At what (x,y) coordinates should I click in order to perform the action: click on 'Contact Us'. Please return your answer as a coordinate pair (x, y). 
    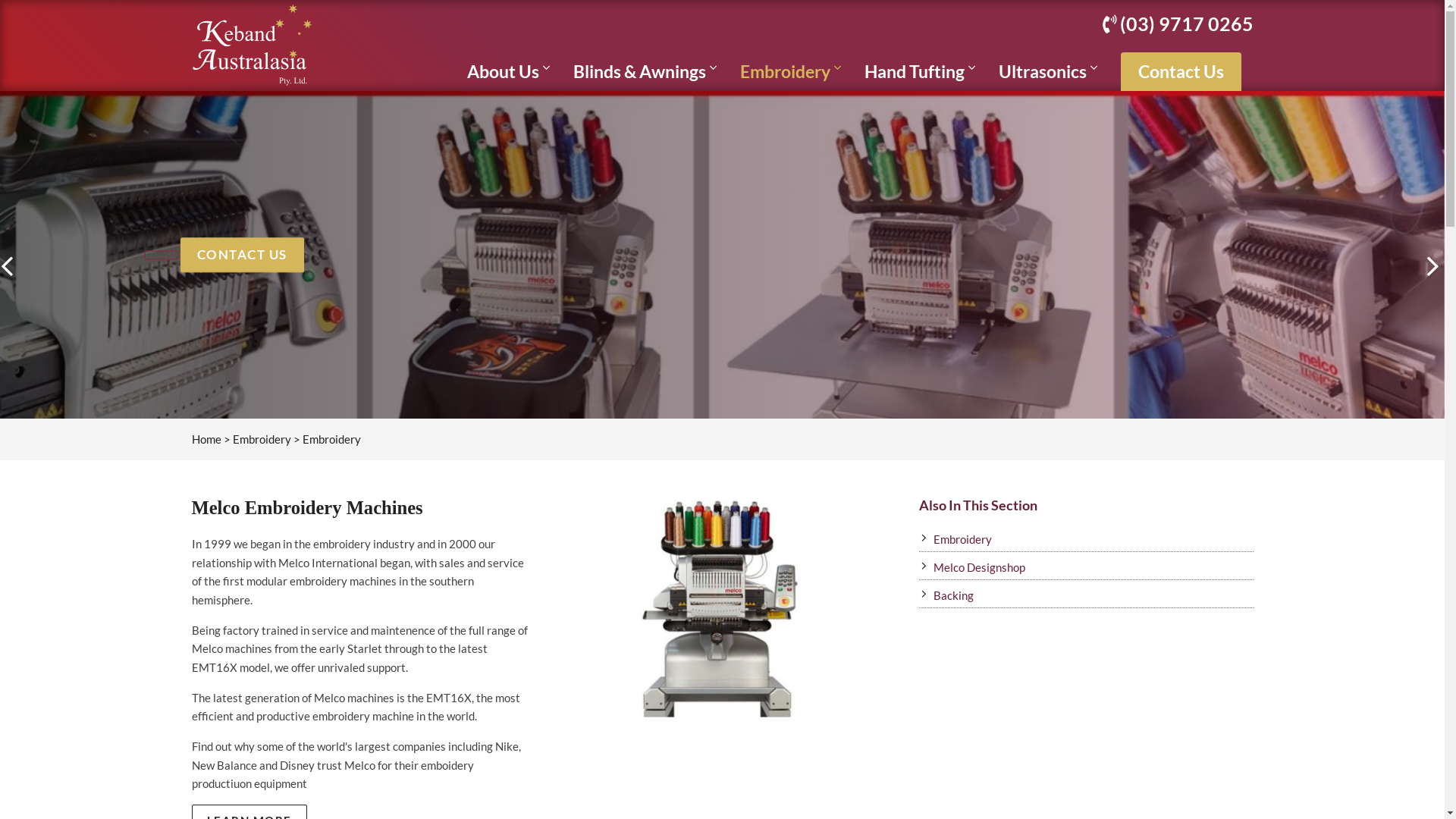
    Looking at the image, I should click on (1180, 71).